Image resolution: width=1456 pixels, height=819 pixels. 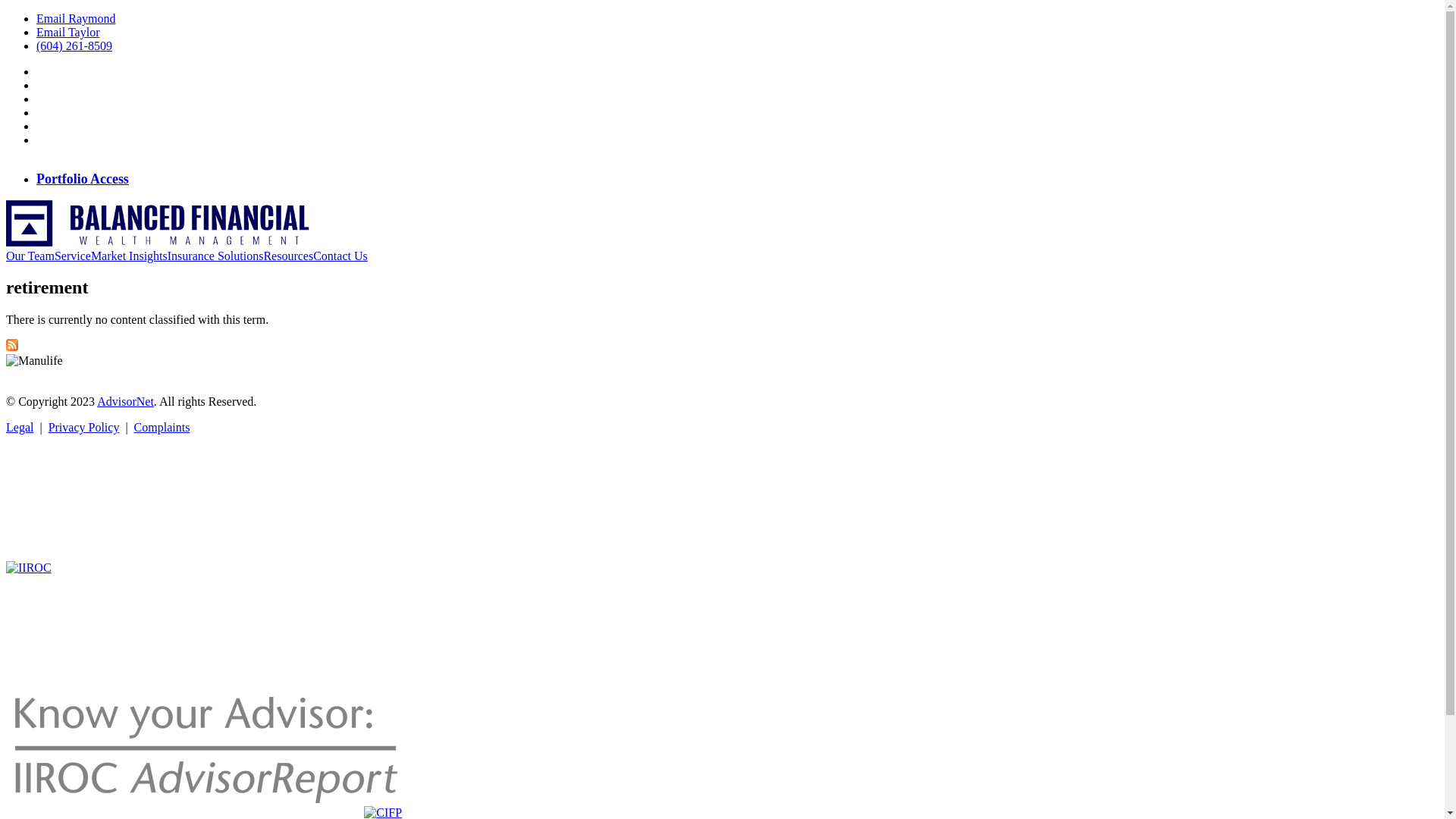 I want to click on 'Legal', so click(x=6, y=427).